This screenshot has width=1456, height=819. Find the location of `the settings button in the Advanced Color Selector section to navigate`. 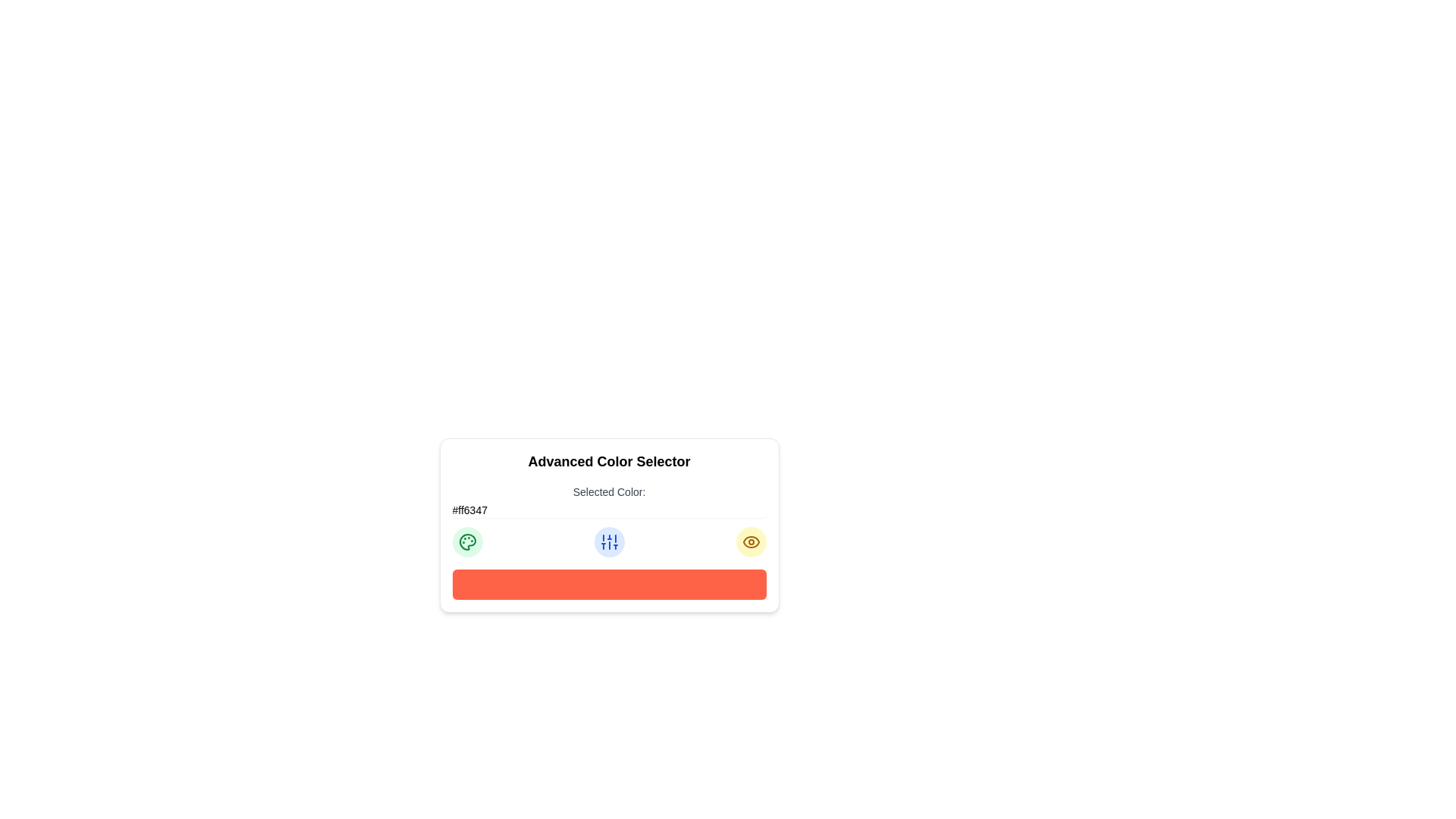

the settings button in the Advanced Color Selector section to navigate is located at coordinates (609, 541).